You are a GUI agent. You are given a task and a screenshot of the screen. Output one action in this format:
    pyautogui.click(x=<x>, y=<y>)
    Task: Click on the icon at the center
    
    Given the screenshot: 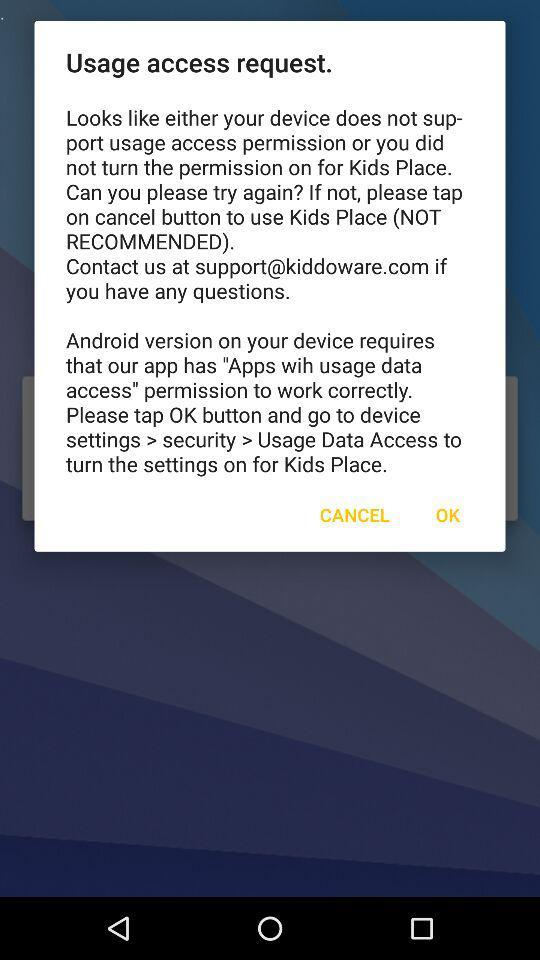 What is the action you would take?
    pyautogui.click(x=353, y=513)
    